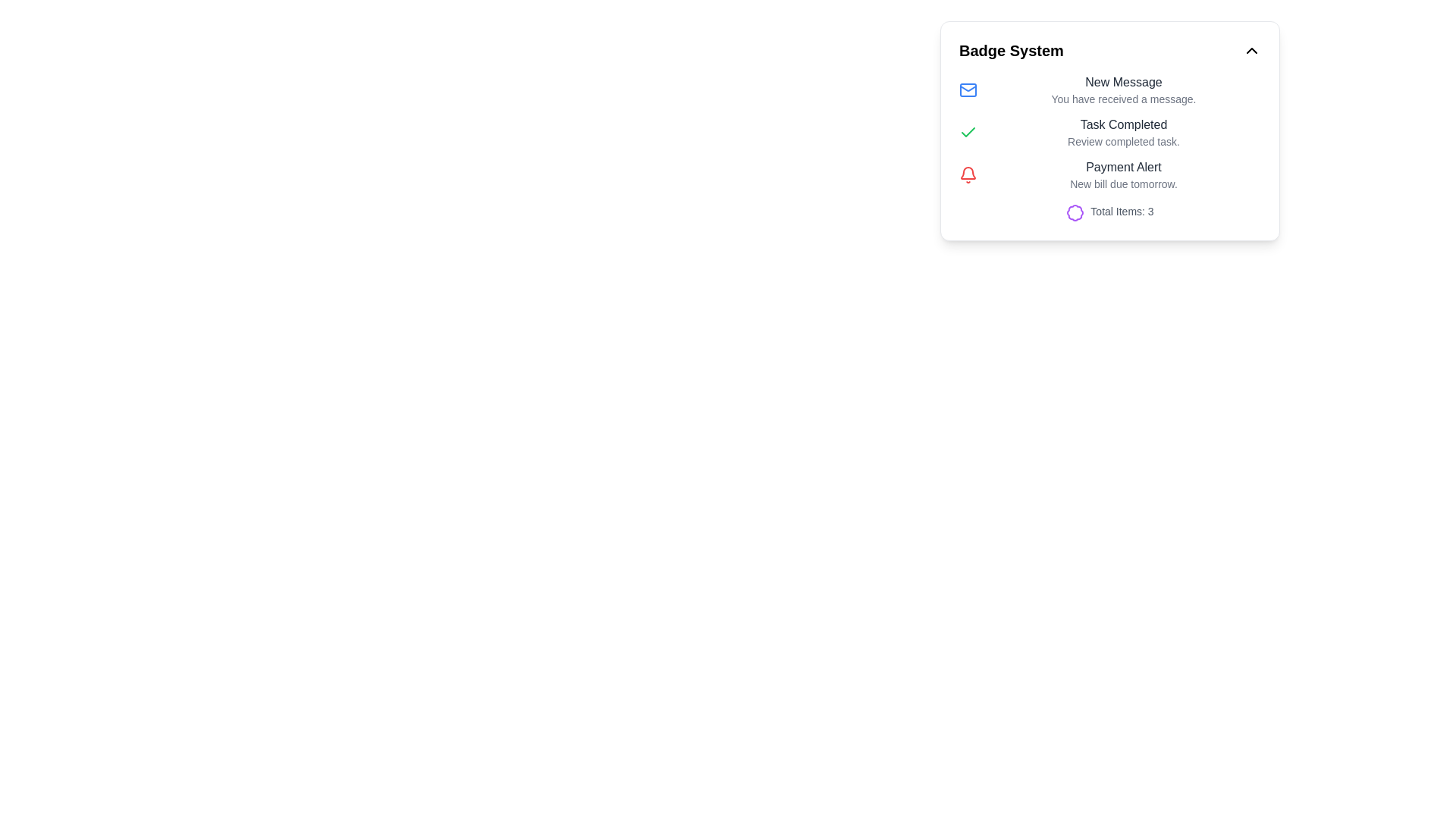  What do you see at coordinates (967, 90) in the screenshot?
I see `the blue mail envelope icon located at the top-left corner of the 'Badge System' UI component to interact with the notification` at bounding box center [967, 90].